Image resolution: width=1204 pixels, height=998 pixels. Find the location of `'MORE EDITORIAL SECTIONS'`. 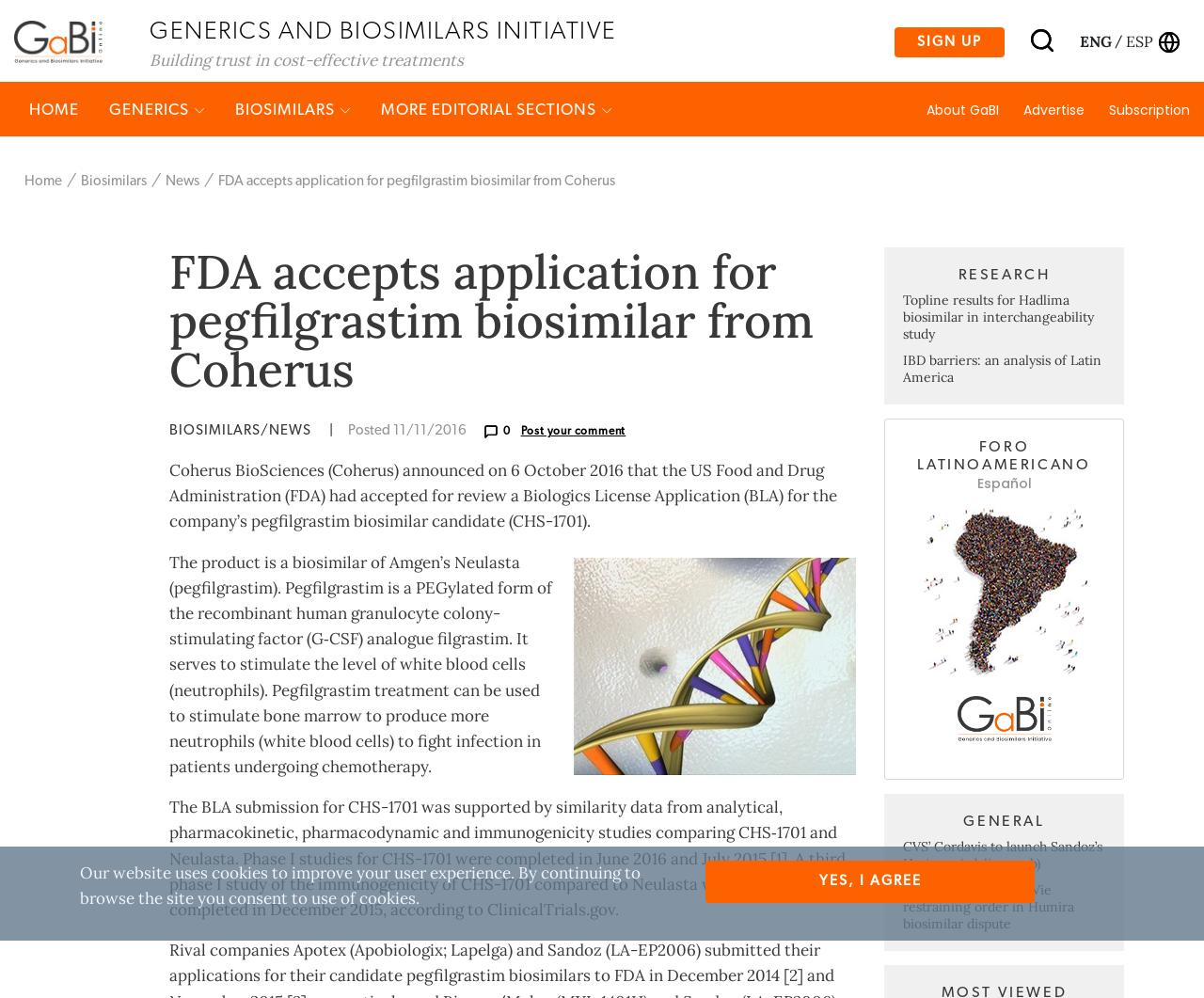

'MORE EDITORIAL SECTIONS' is located at coordinates (490, 182).